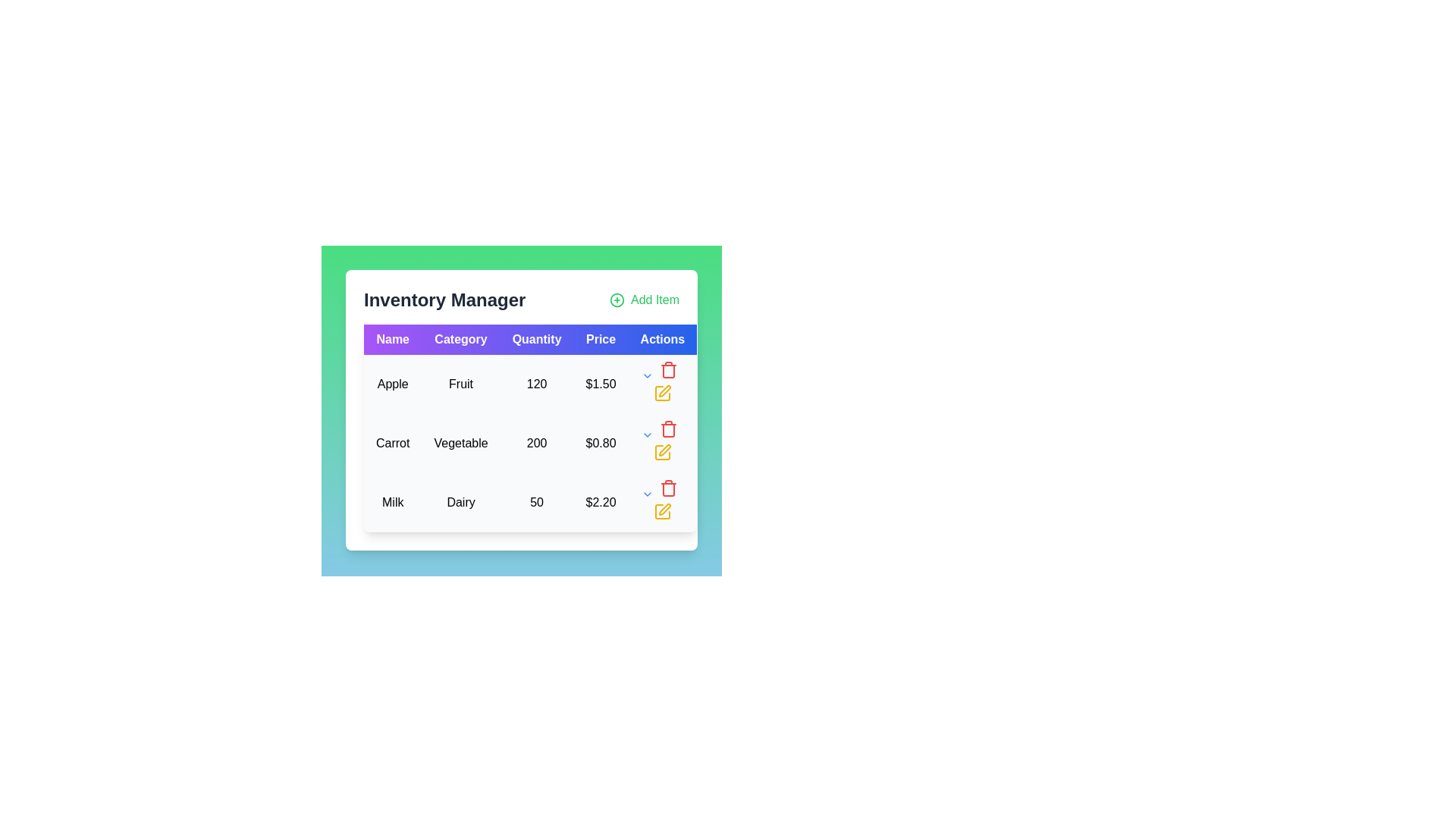 The height and width of the screenshot is (819, 1456). I want to click on the text label displaying the number '120' in black font, located in the 'Quantity' column of the 'Apple' item row in the Inventory Manager data table, so click(537, 383).